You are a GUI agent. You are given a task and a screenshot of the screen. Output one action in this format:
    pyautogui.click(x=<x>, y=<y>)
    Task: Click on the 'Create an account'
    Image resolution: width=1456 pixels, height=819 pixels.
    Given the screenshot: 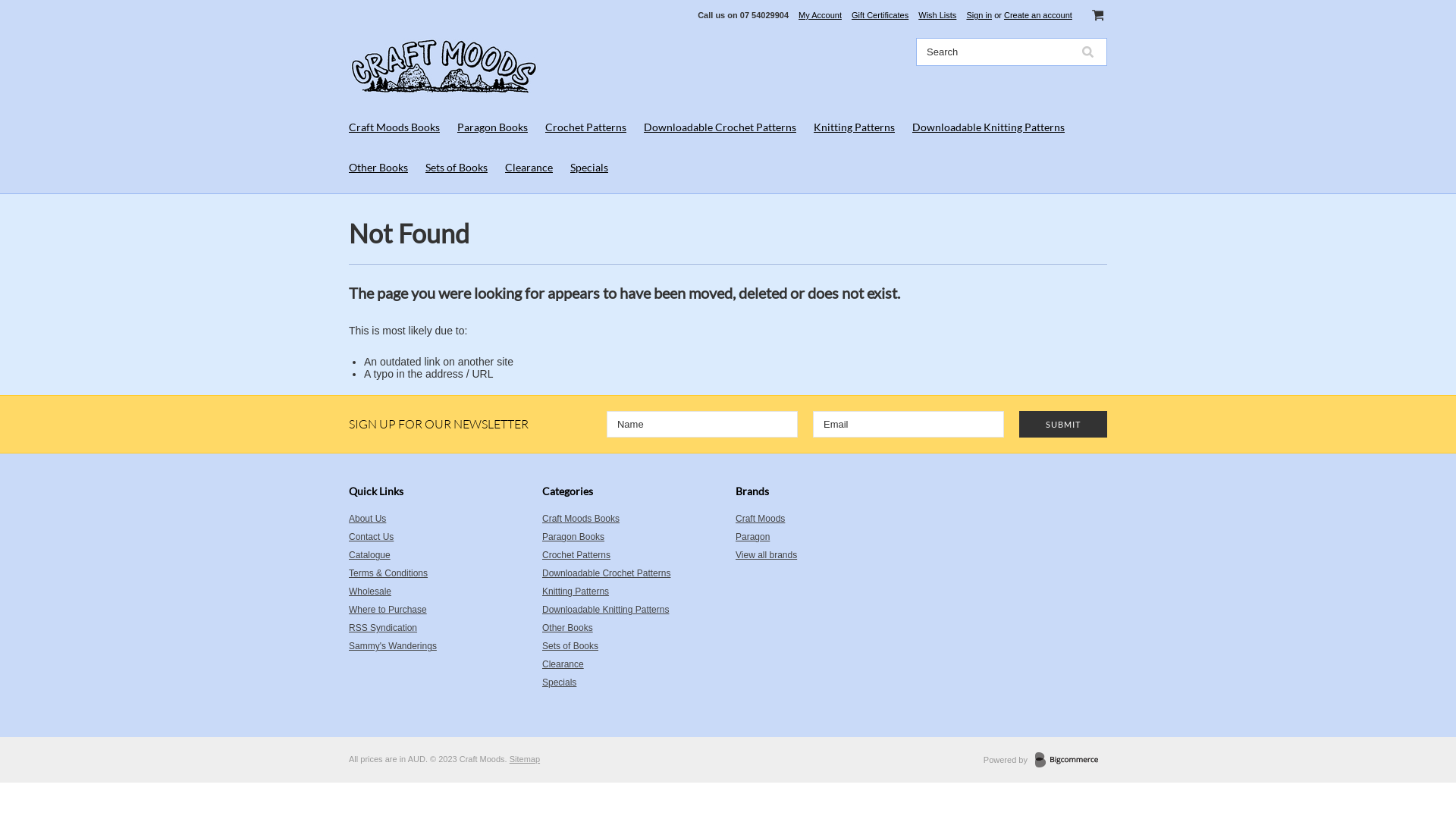 What is the action you would take?
    pyautogui.click(x=1004, y=14)
    